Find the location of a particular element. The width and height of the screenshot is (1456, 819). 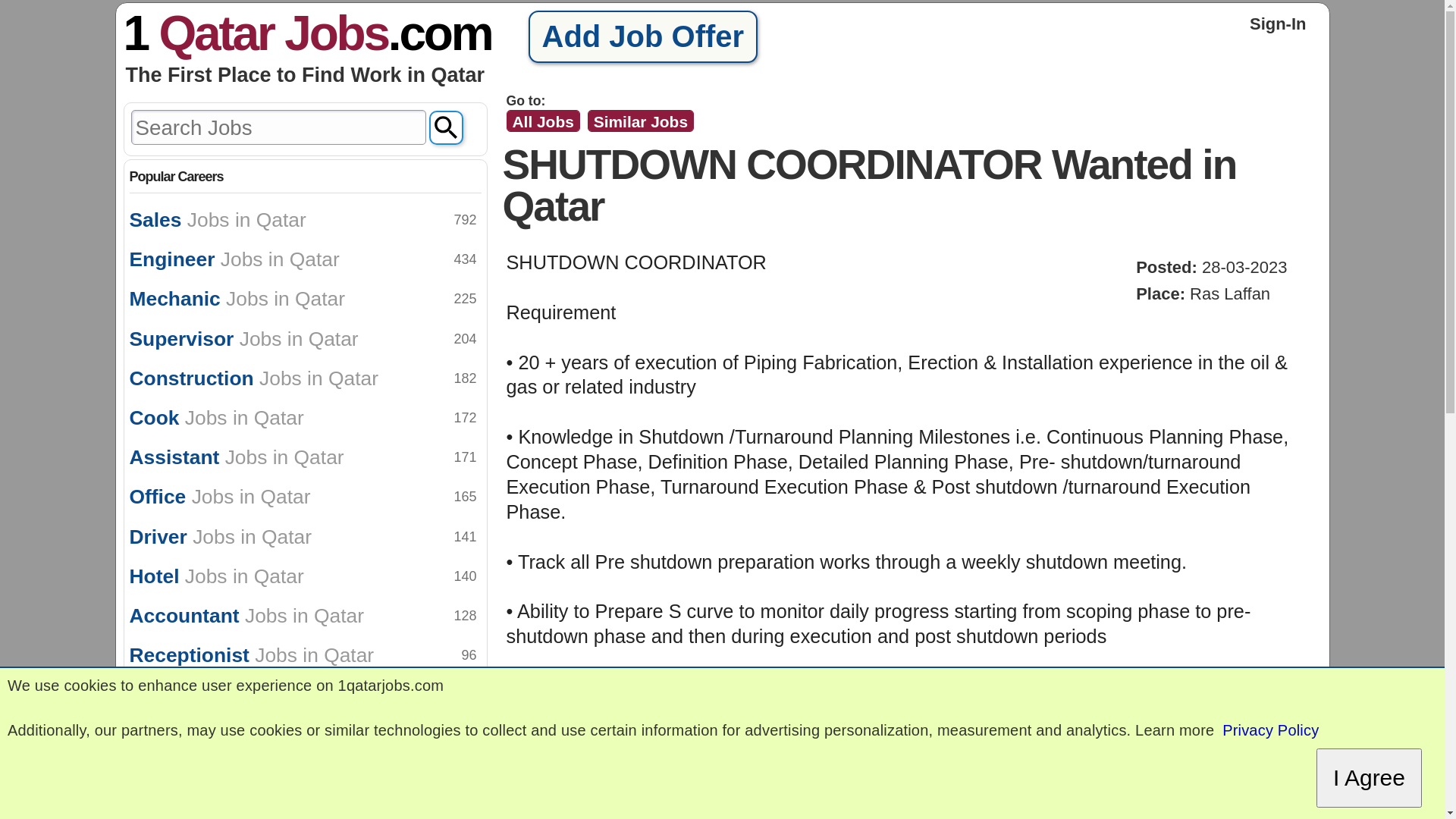

'Similar Jobs' is located at coordinates (640, 120).